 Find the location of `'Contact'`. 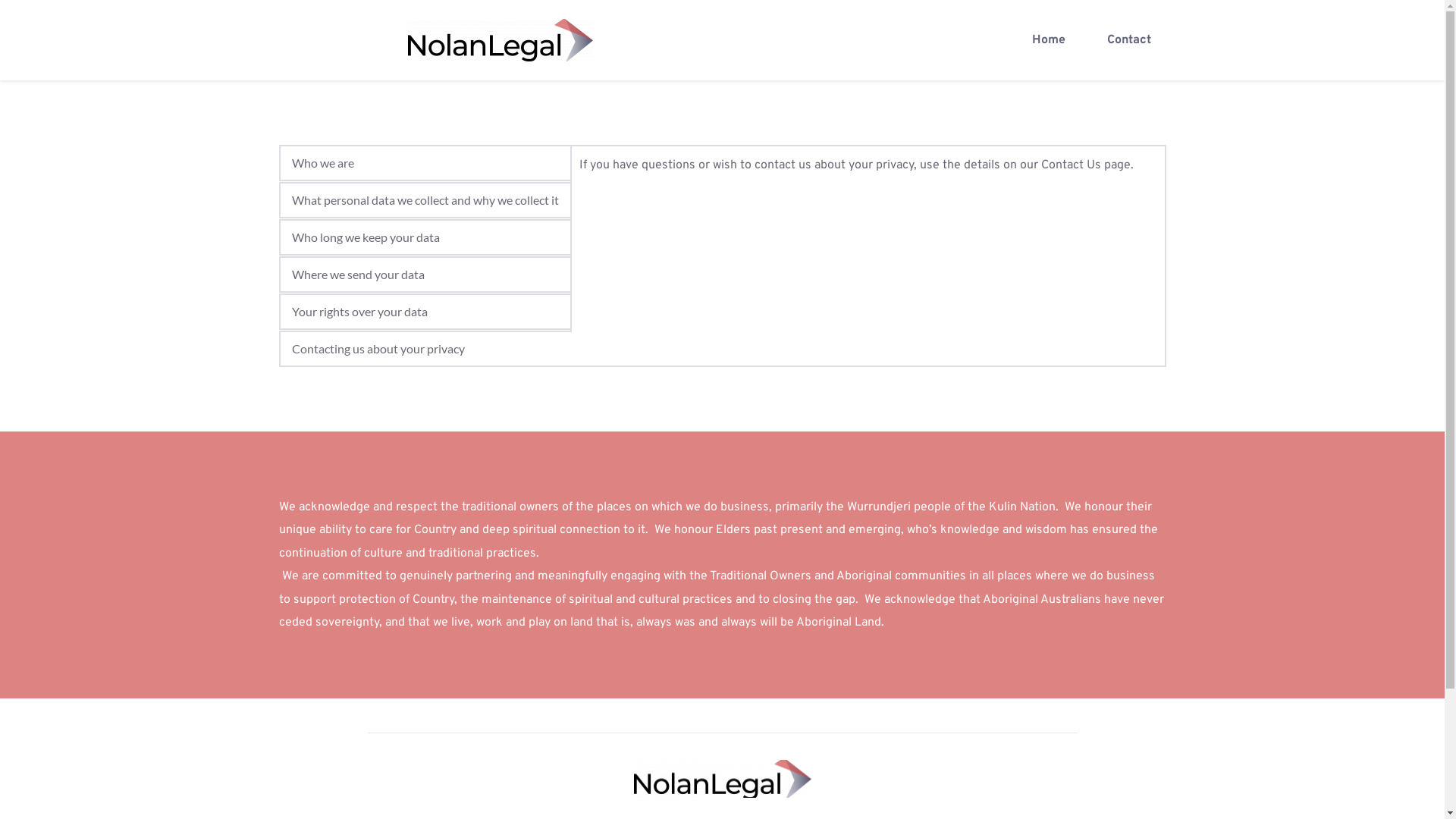

'Contact' is located at coordinates (1128, 39).